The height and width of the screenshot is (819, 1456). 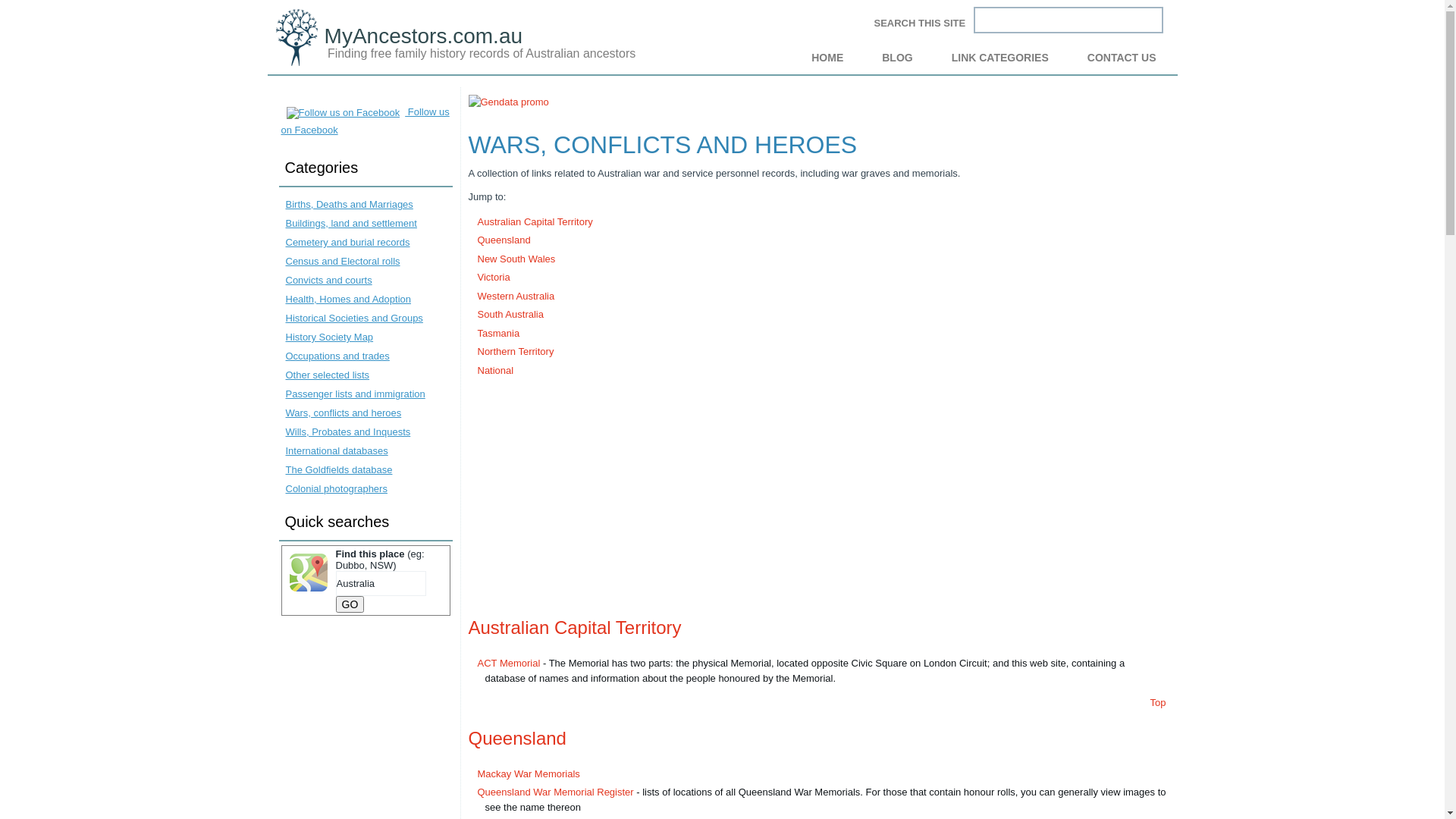 I want to click on 'Follow us on Facebook', so click(x=364, y=120).